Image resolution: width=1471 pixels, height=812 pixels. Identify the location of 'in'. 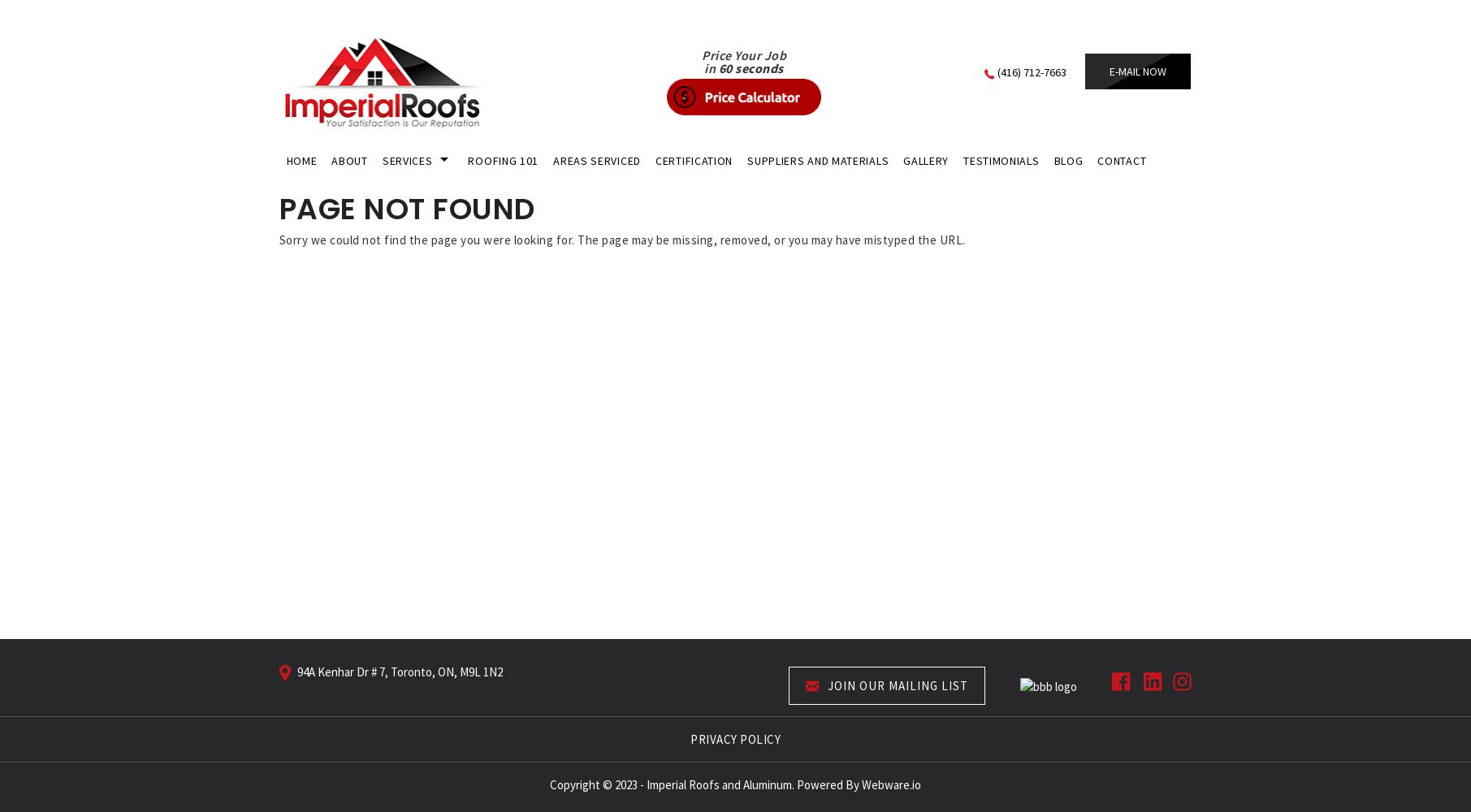
(703, 67).